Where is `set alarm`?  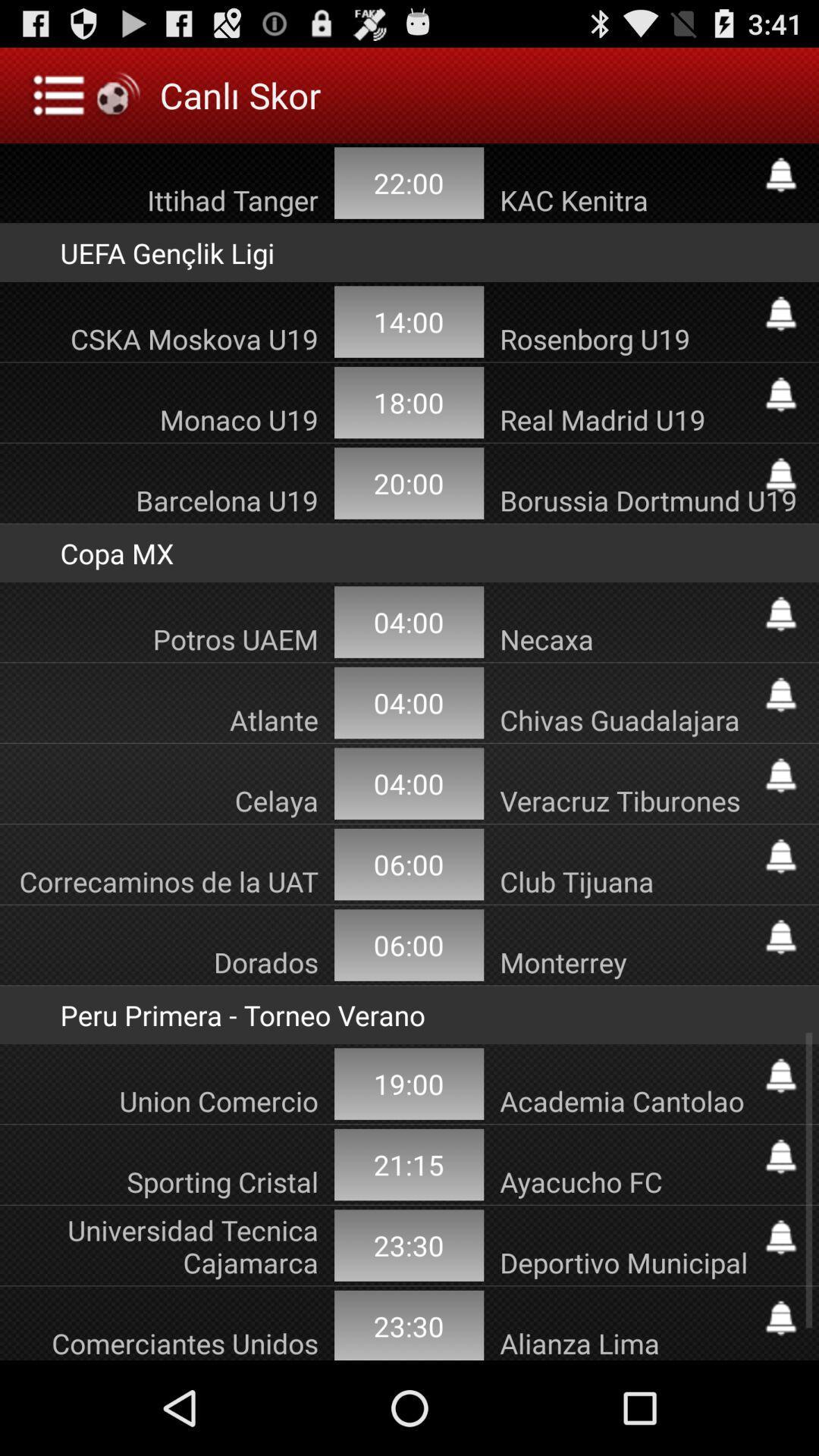
set alarm is located at coordinates (780, 1075).